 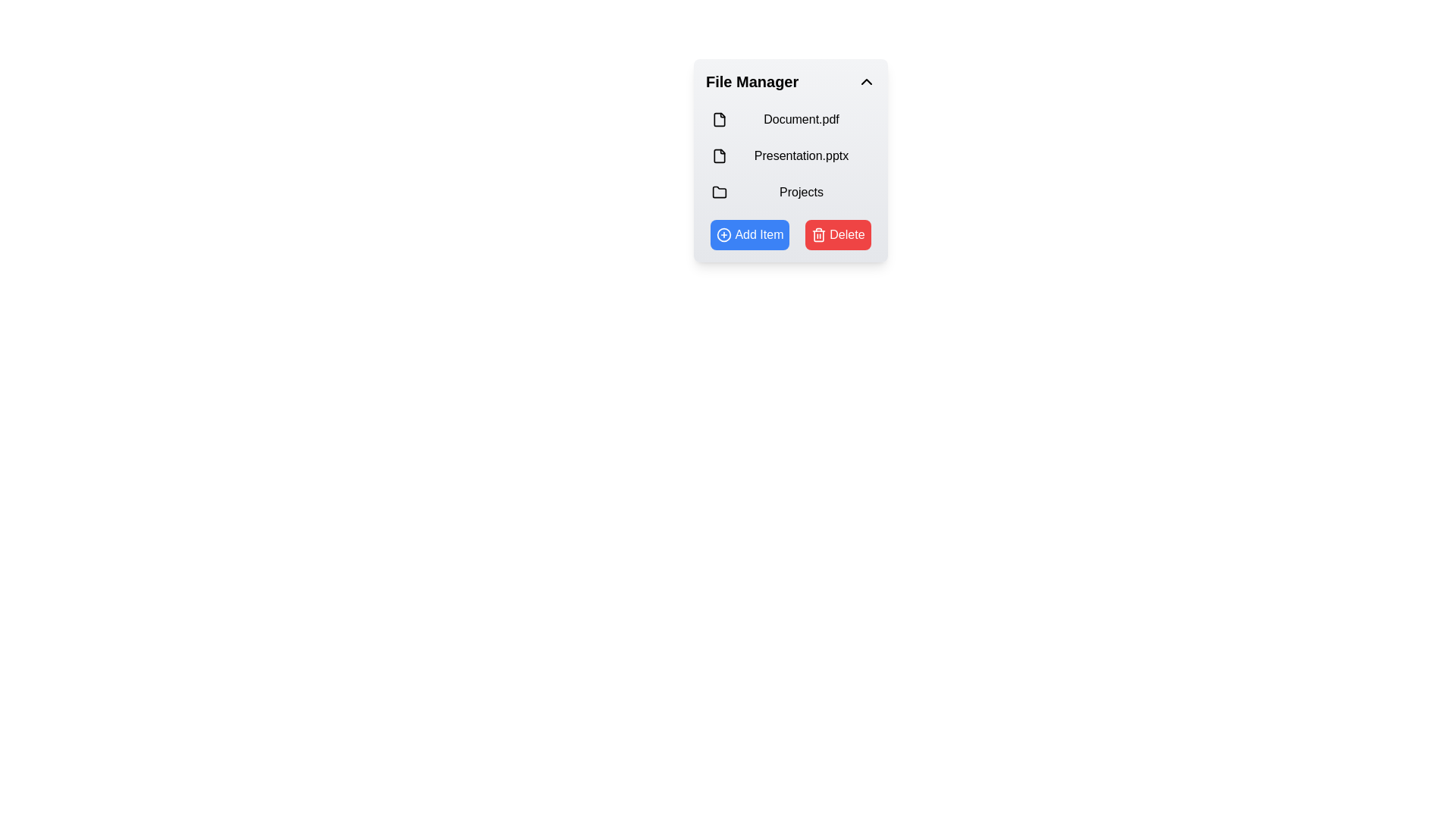 What do you see at coordinates (750, 234) in the screenshot?
I see `the button in the 'File Manager' panel that allows users to add a new item` at bounding box center [750, 234].